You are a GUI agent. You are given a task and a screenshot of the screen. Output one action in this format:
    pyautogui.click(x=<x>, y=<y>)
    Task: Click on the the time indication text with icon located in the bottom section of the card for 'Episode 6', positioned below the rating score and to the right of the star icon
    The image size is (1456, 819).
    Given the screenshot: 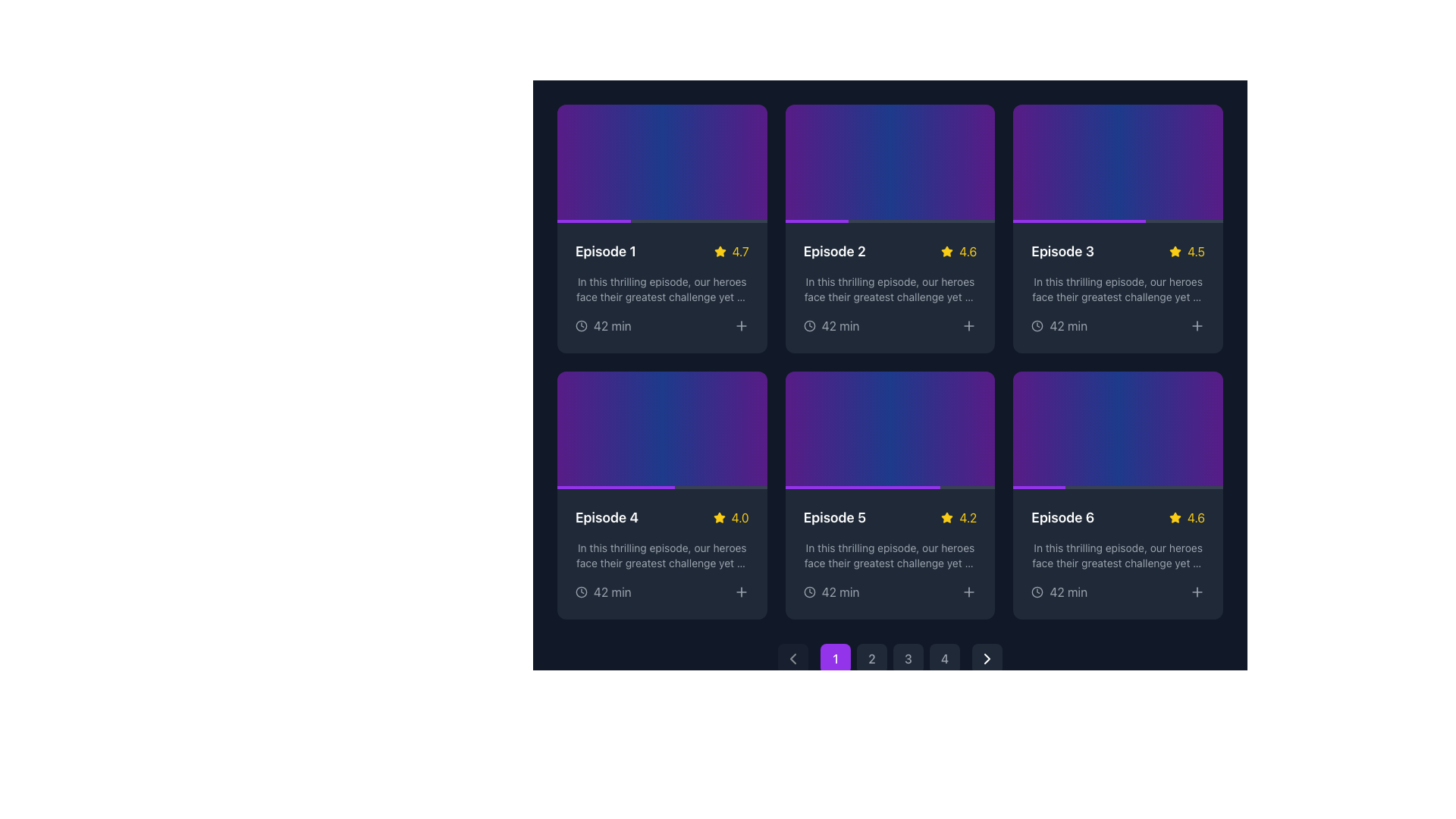 What is the action you would take?
    pyautogui.click(x=1059, y=591)
    